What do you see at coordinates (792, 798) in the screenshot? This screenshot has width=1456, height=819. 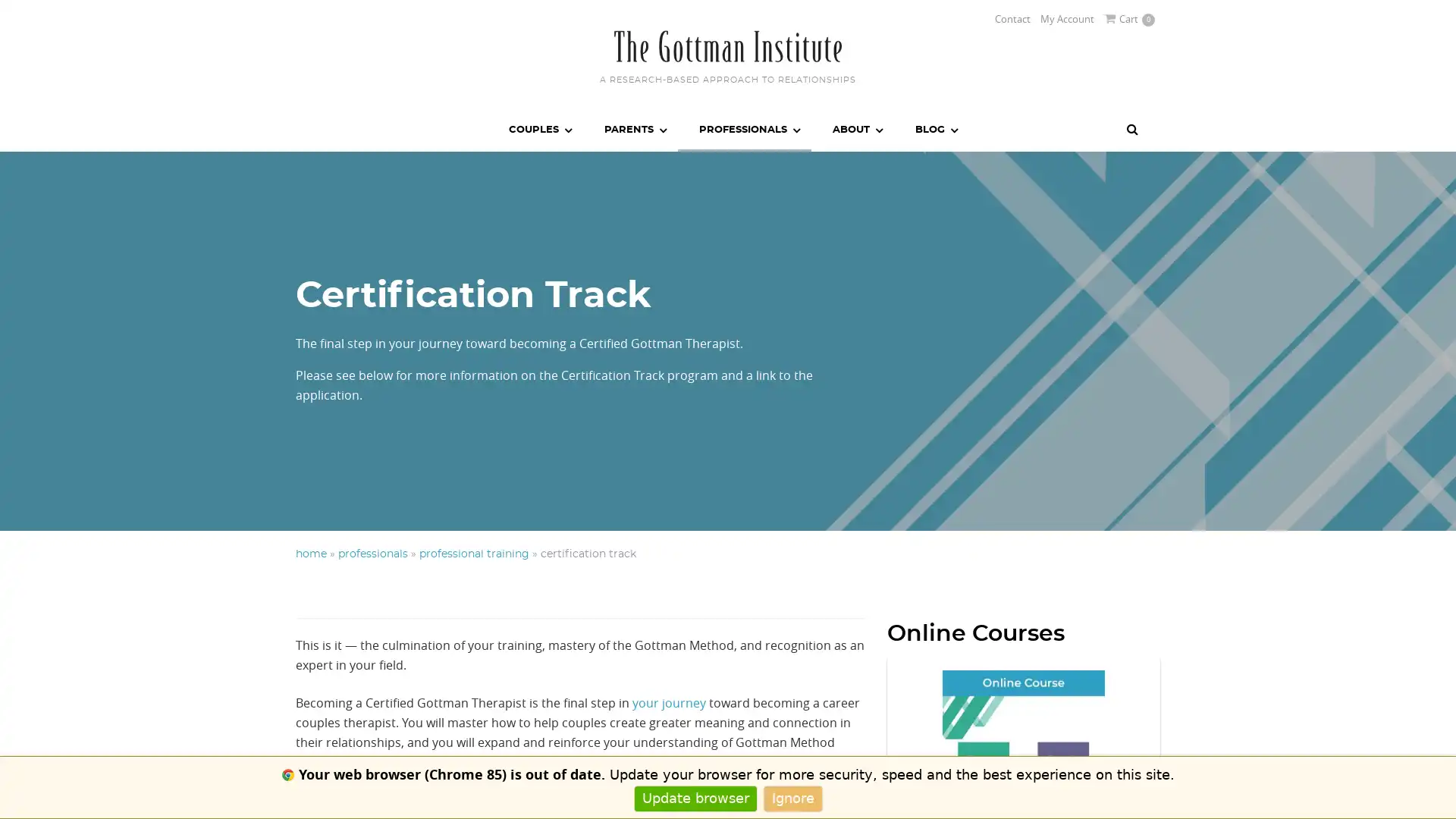 I see `Ignore` at bounding box center [792, 798].